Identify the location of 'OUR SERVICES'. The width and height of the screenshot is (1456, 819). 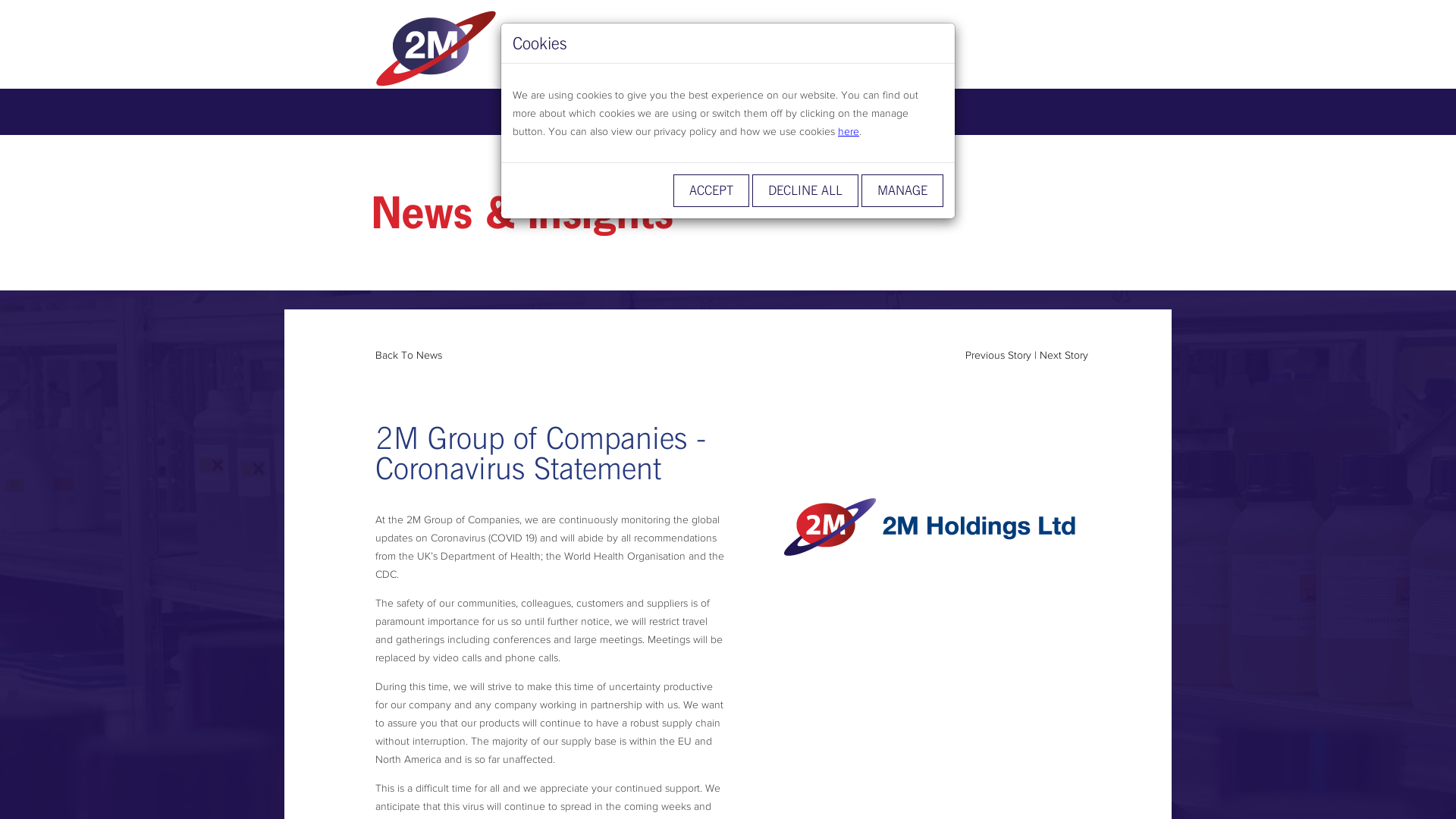
(638, 111).